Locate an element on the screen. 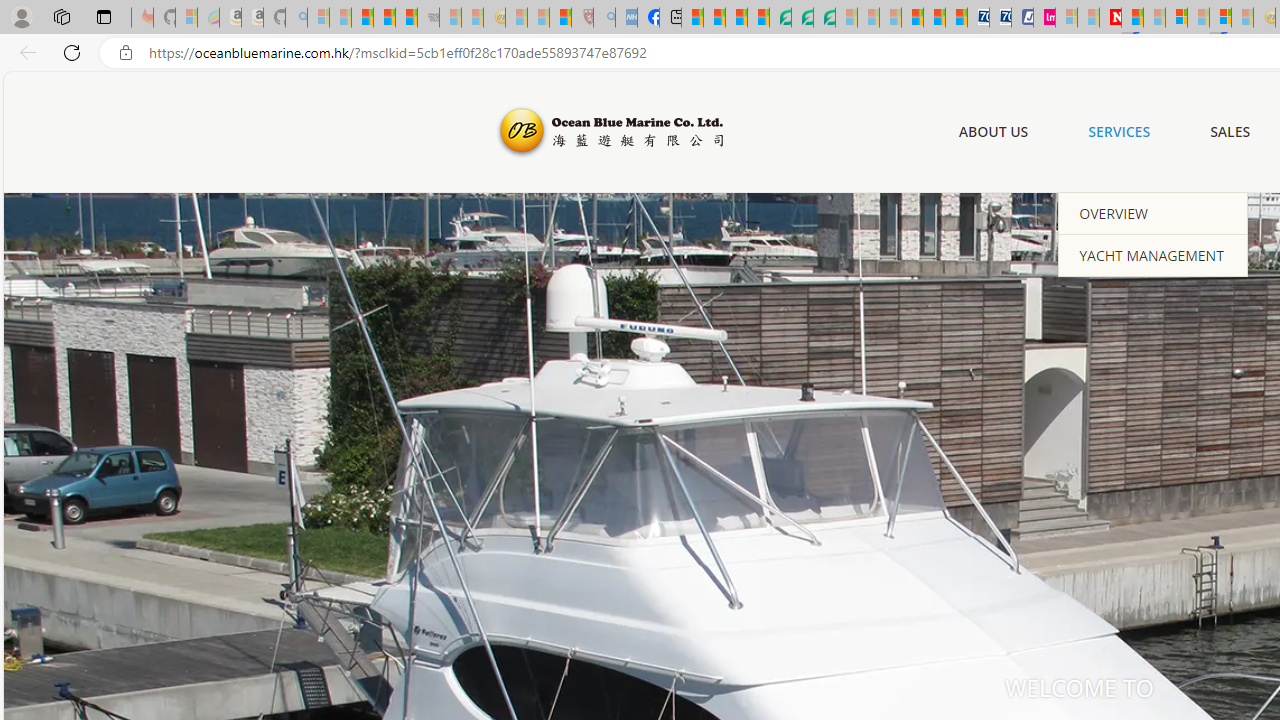 The image size is (1280, 720). 'ABOUT US' is located at coordinates (993, 132).